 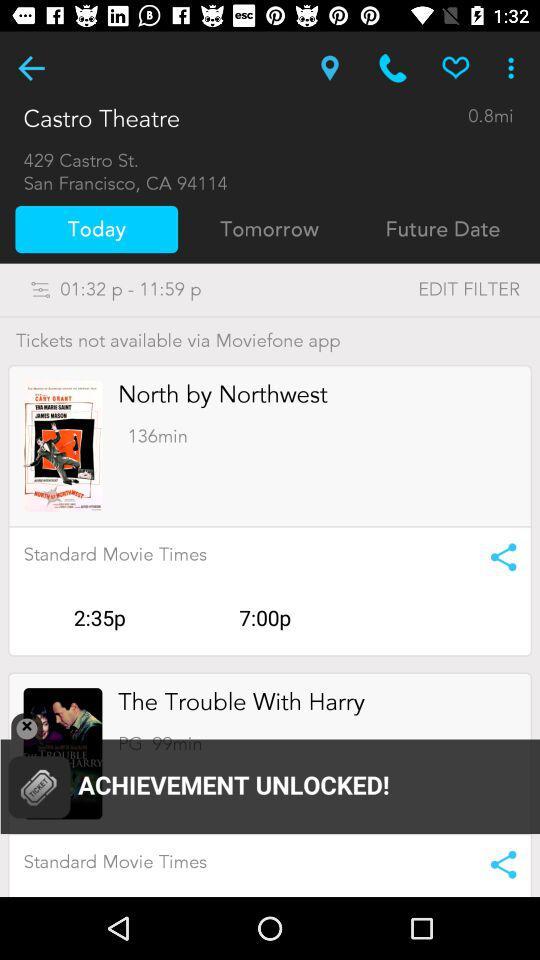 What do you see at coordinates (496, 863) in the screenshot?
I see `setting button` at bounding box center [496, 863].